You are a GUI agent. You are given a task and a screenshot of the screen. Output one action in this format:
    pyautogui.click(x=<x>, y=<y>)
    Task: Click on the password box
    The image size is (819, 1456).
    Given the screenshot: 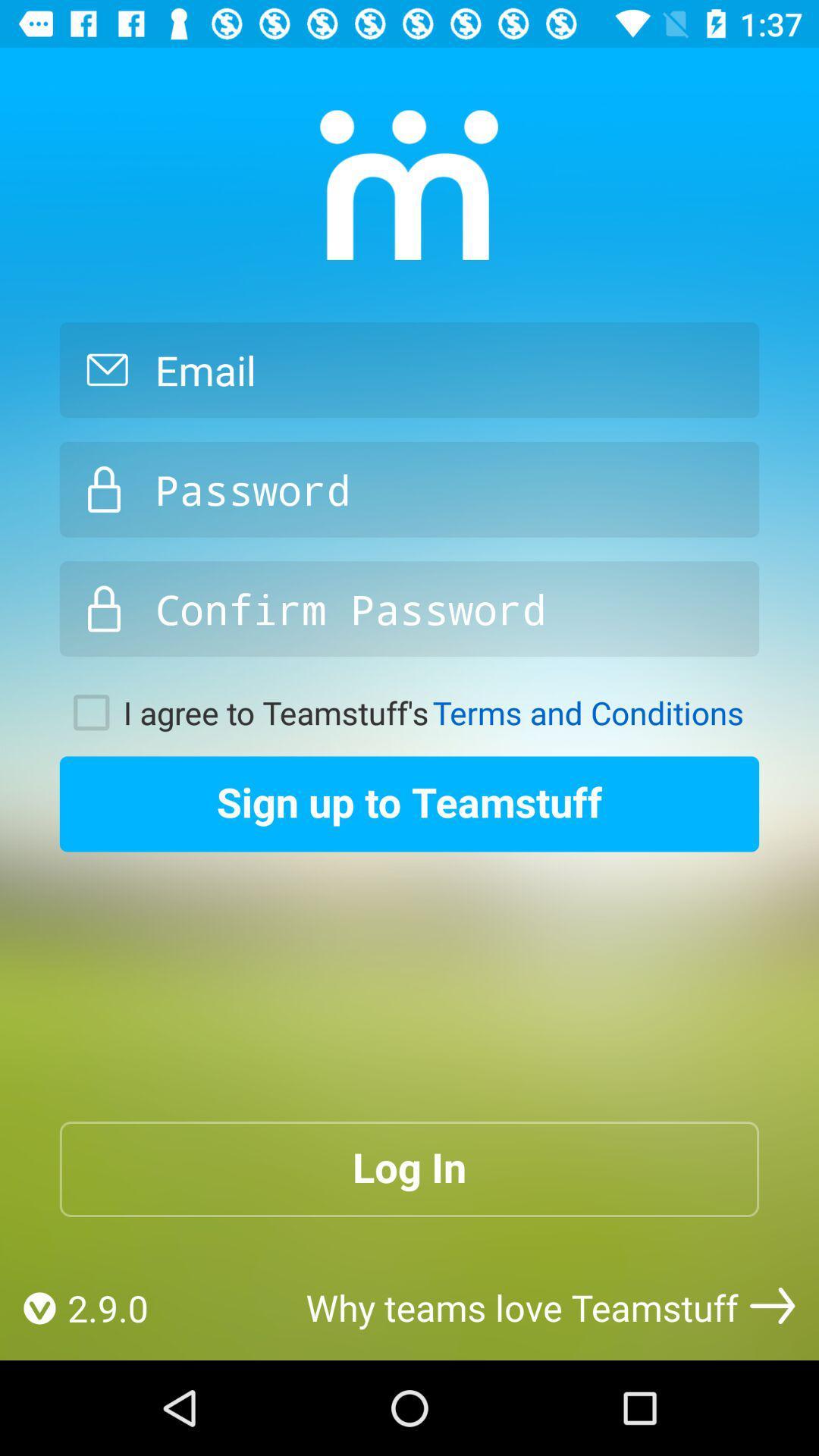 What is the action you would take?
    pyautogui.click(x=409, y=489)
    